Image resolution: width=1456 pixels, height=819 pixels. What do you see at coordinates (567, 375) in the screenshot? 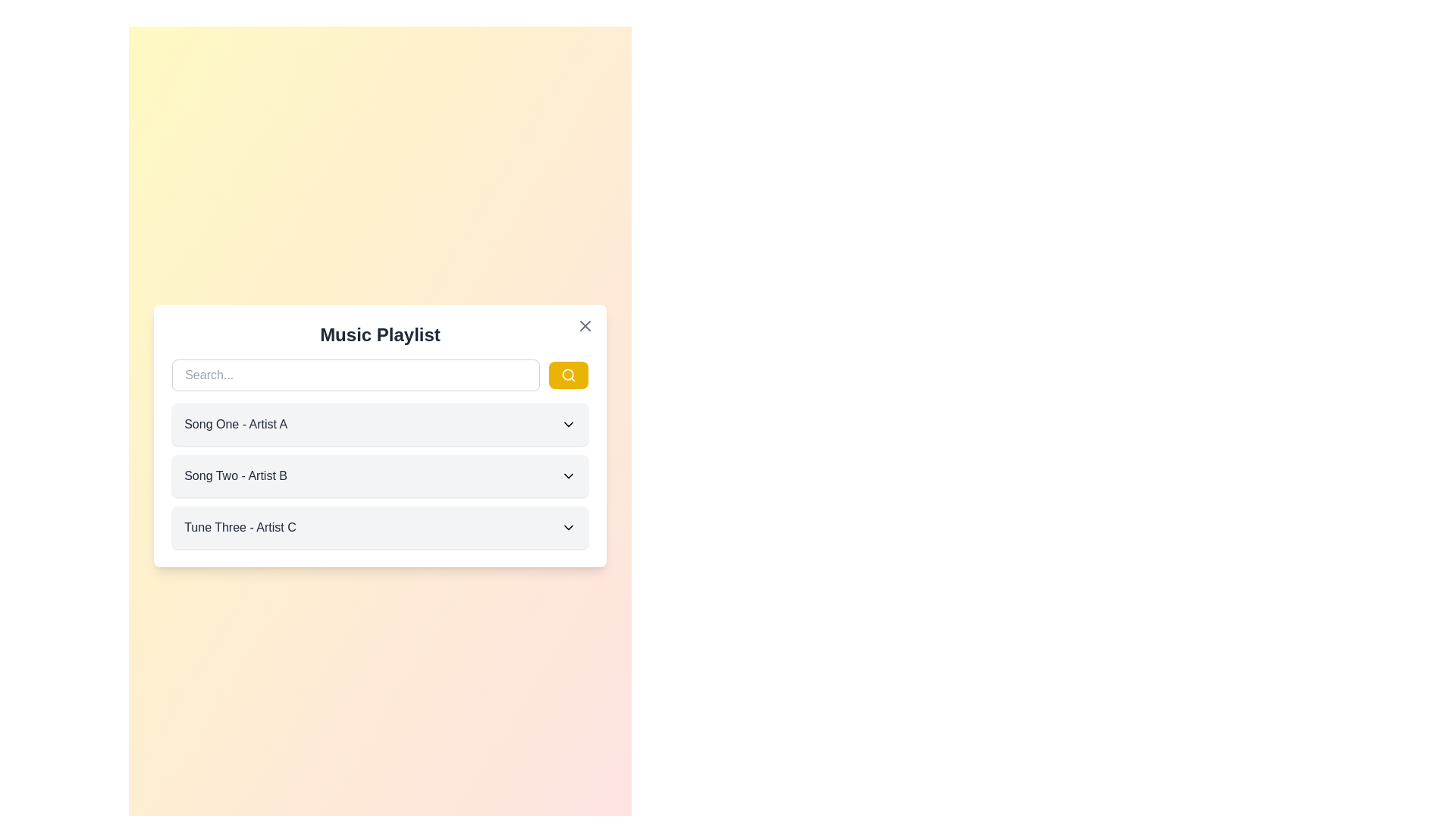
I see `the yellow magnifying glass icon located within the button` at bounding box center [567, 375].